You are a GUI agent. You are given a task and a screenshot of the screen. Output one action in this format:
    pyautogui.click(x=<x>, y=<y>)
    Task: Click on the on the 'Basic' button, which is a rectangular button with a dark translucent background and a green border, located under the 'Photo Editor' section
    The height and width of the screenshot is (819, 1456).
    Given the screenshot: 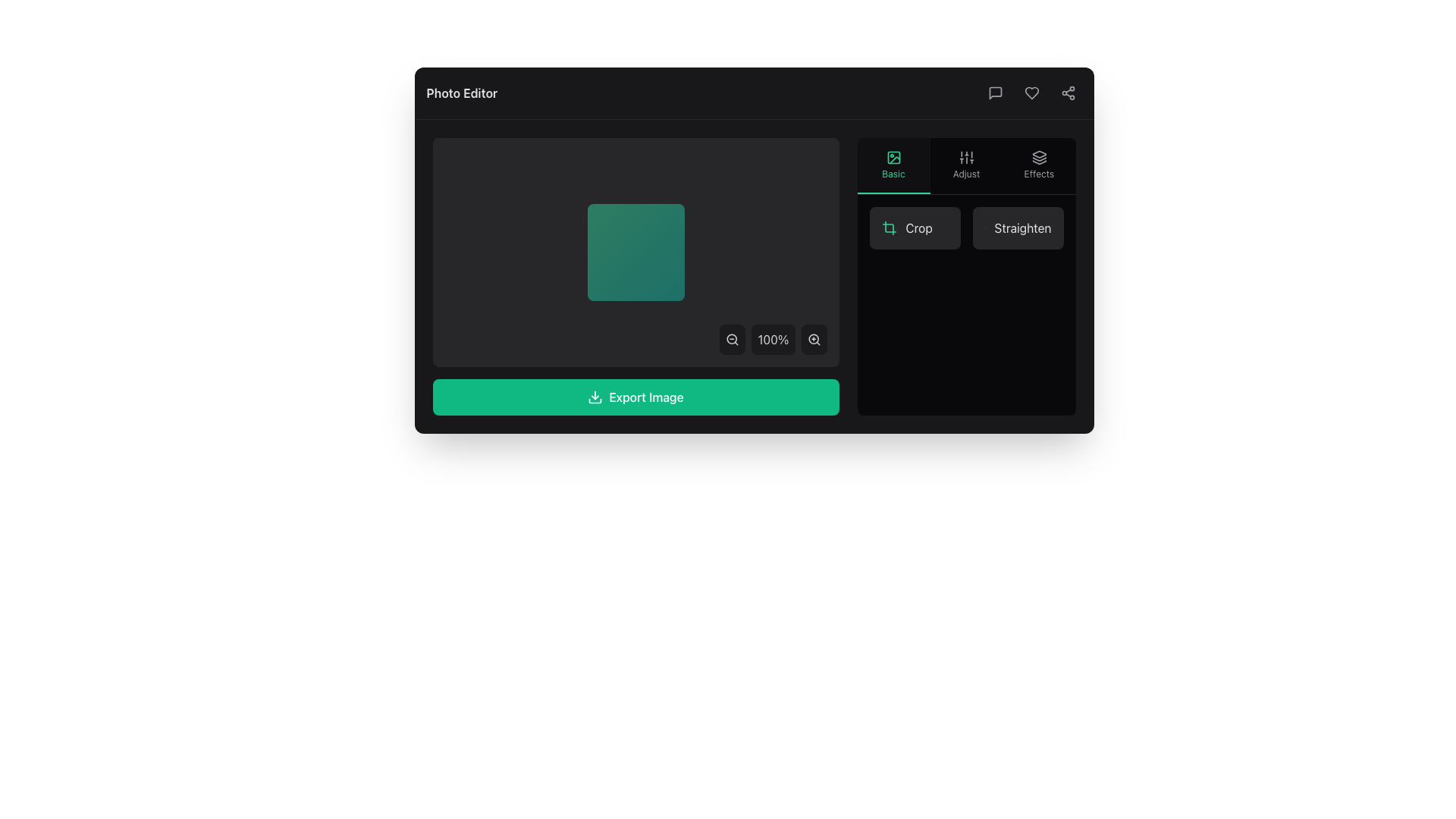 What is the action you would take?
    pyautogui.click(x=893, y=166)
    